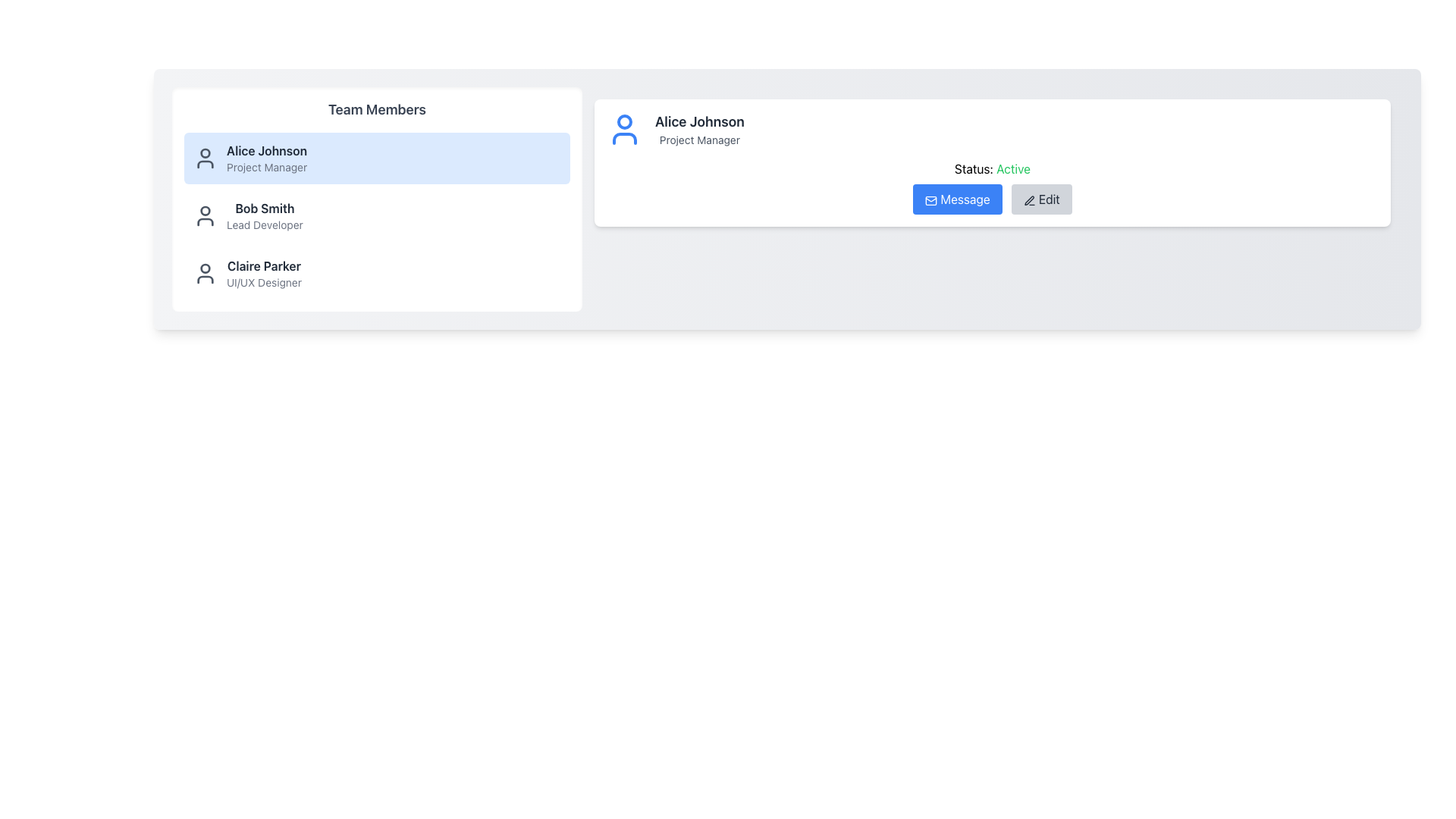  I want to click on the user icon with a blue human figure silhouette, located to the left of the text 'Alice Johnson' and 'Project Manager' in the right-hand panel of the interface, so click(625, 128).